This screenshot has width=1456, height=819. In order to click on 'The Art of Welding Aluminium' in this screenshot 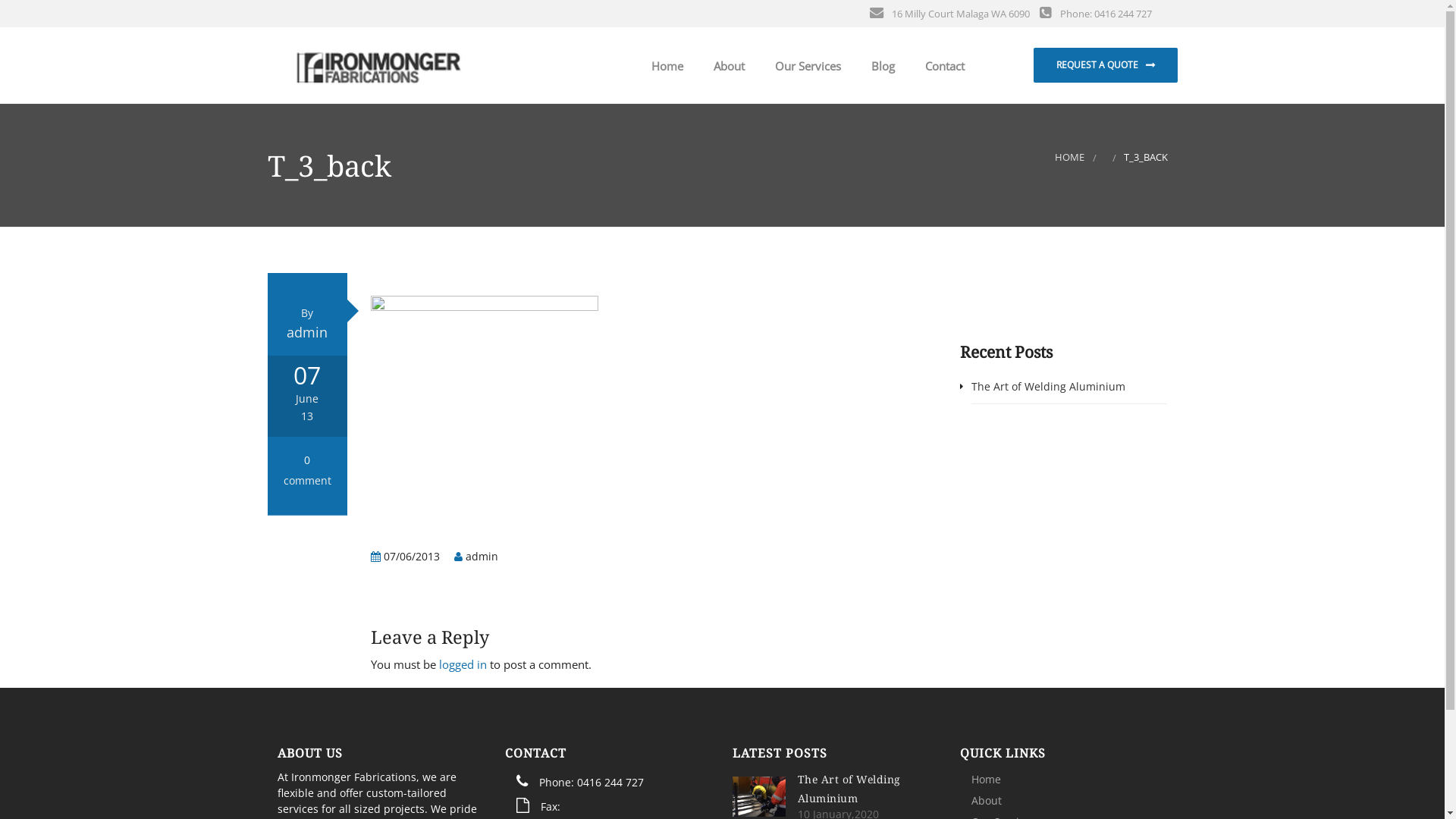, I will do `click(1047, 385)`.